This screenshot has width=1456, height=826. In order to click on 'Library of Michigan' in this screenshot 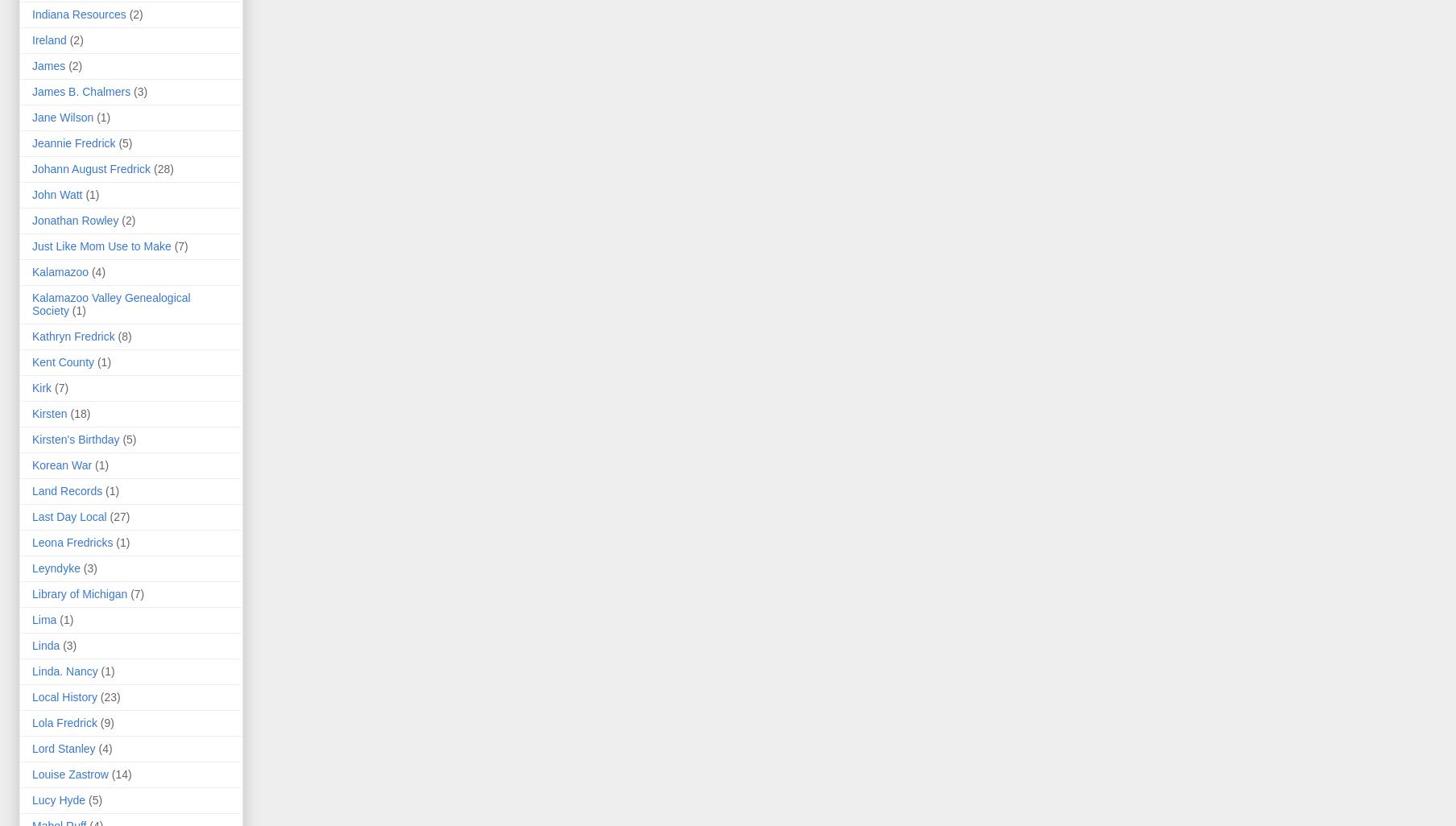, I will do `click(79, 594)`.